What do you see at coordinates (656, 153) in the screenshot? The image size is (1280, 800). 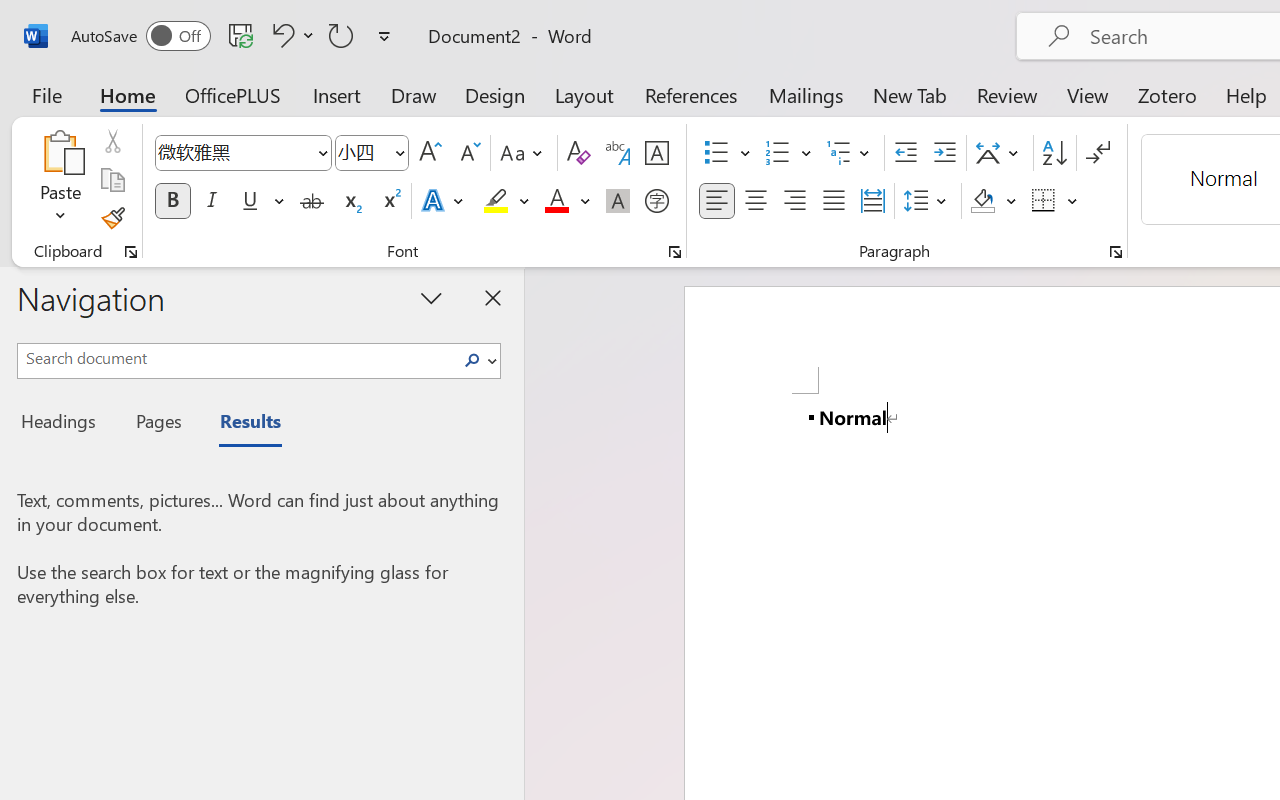 I see `'Character Border'` at bounding box center [656, 153].